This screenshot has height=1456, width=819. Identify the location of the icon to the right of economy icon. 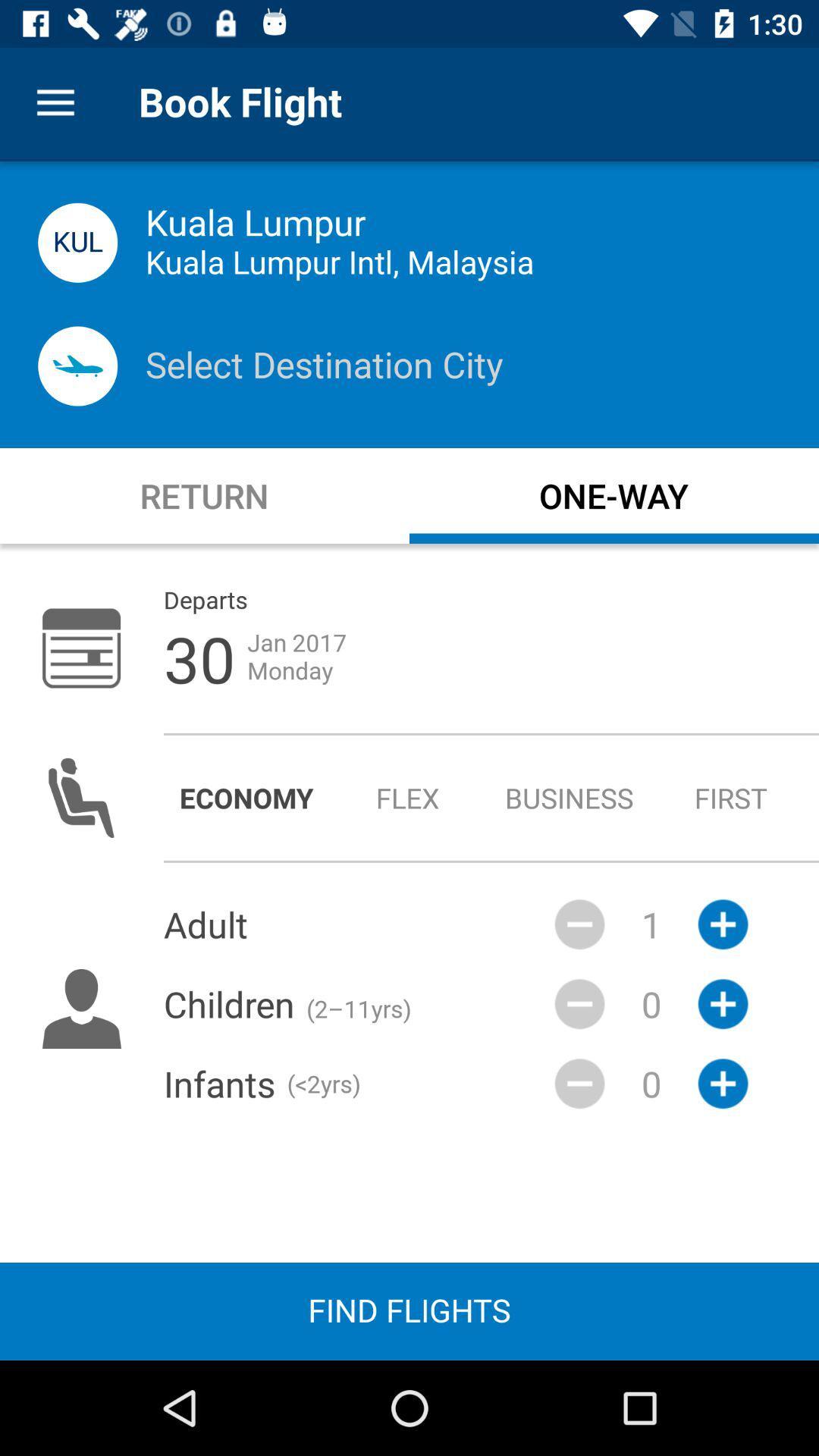
(407, 797).